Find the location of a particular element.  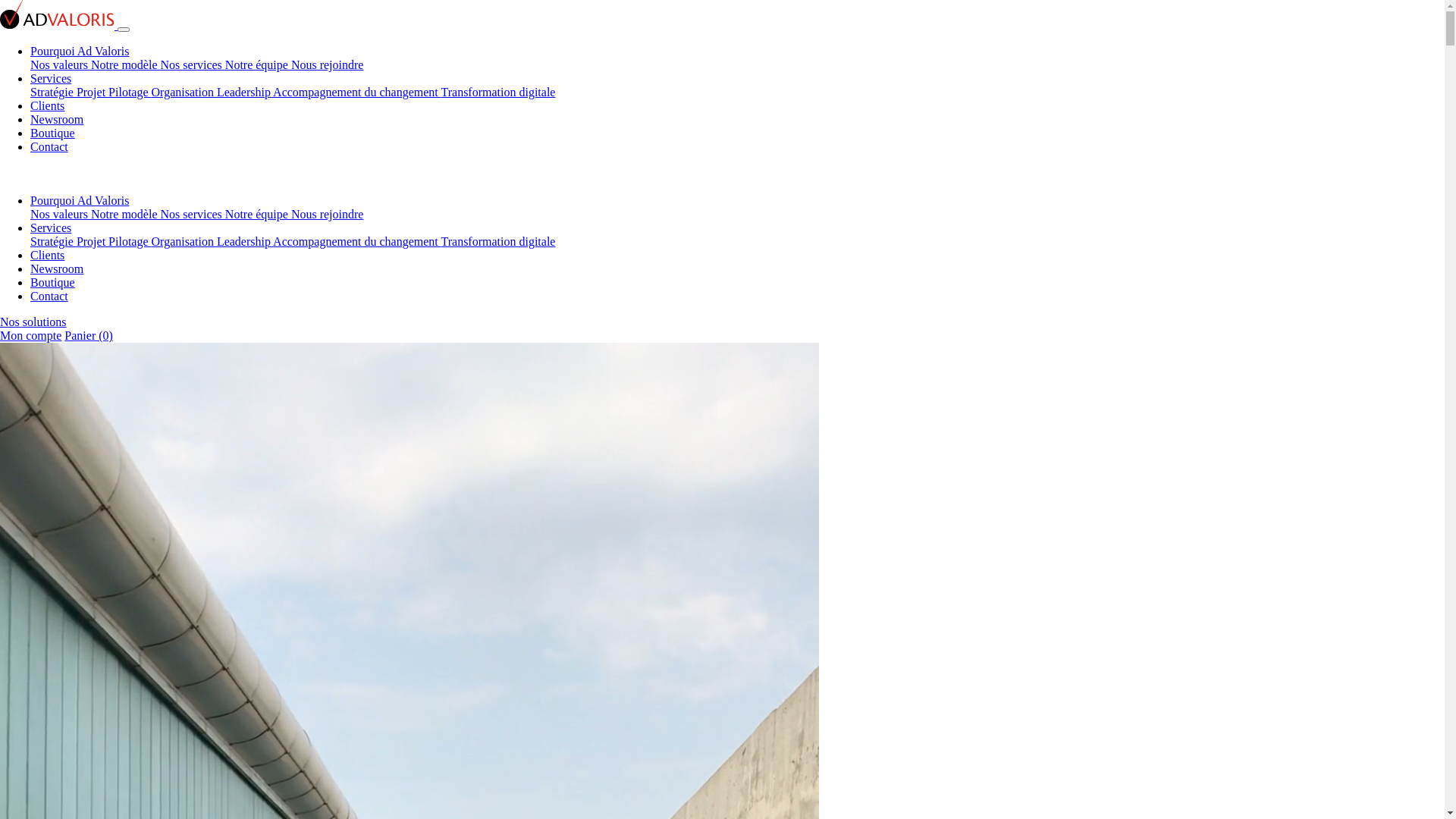

'Organisation' is located at coordinates (184, 92).